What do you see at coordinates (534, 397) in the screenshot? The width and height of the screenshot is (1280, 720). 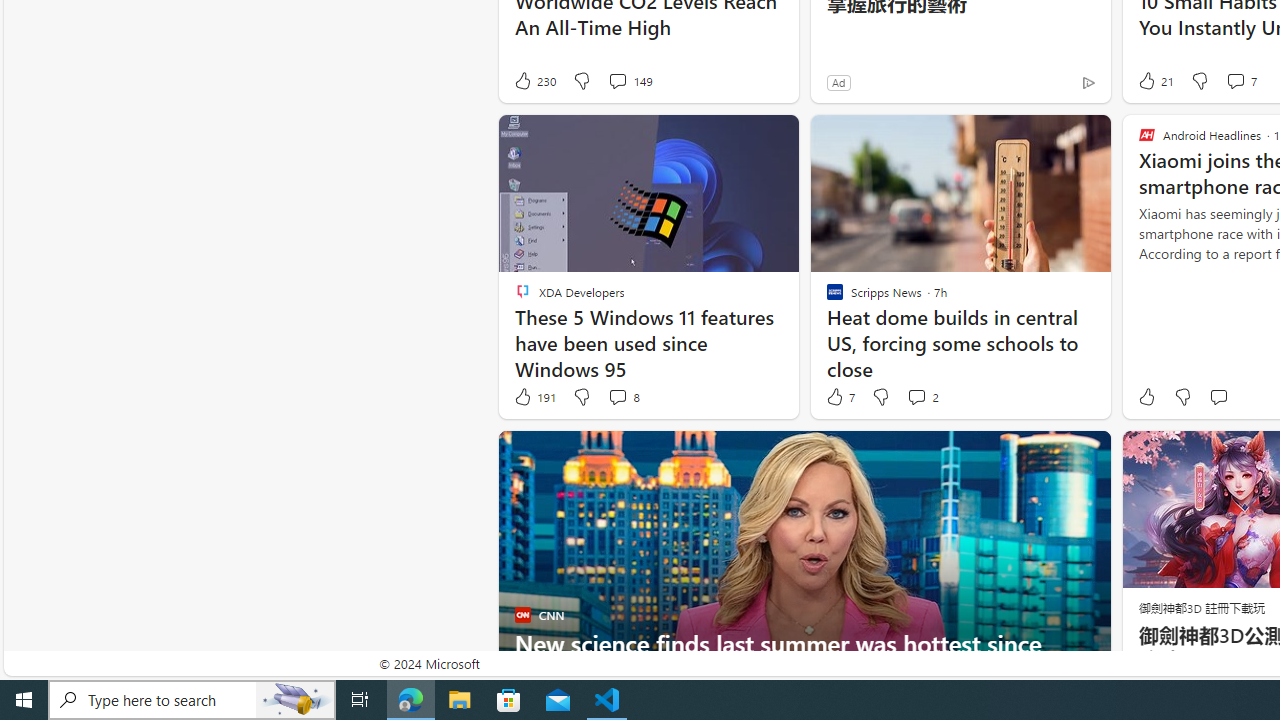 I see `'191 Like'` at bounding box center [534, 397].